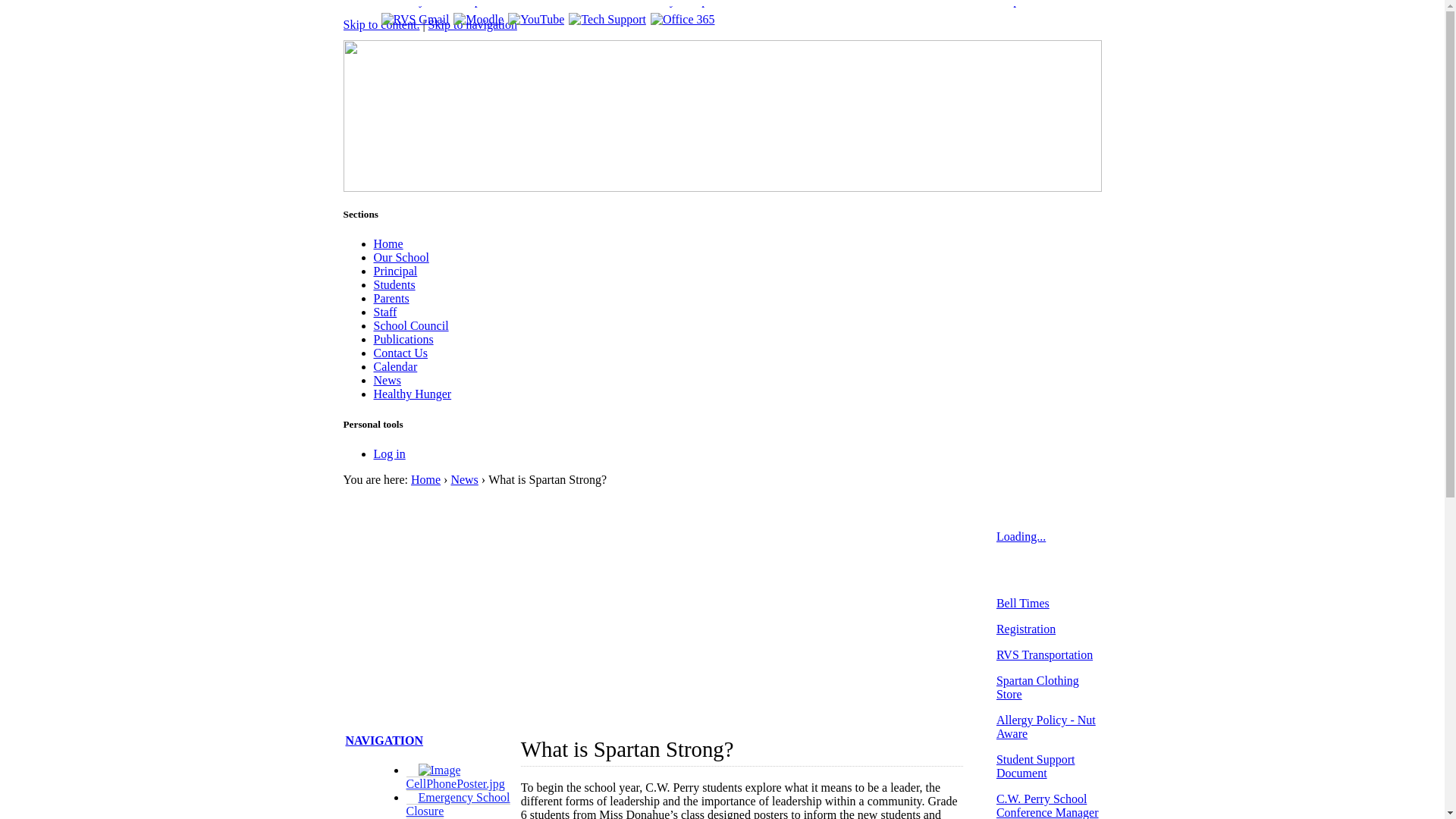 The width and height of the screenshot is (1456, 819). Describe the element at coordinates (403, 338) in the screenshot. I see `'Publications'` at that location.